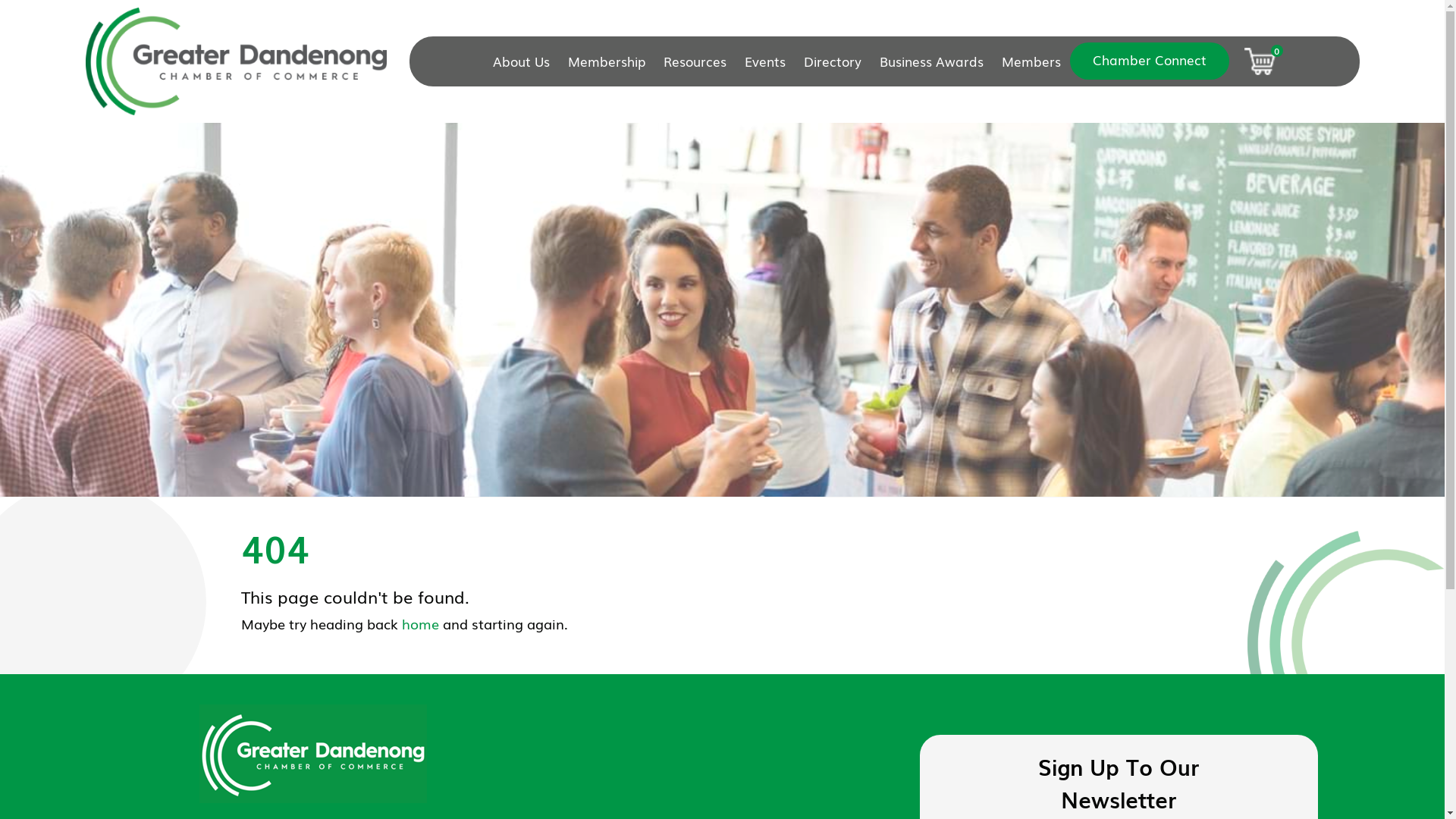  What do you see at coordinates (1150, 60) in the screenshot?
I see `'Chamber Connect'` at bounding box center [1150, 60].